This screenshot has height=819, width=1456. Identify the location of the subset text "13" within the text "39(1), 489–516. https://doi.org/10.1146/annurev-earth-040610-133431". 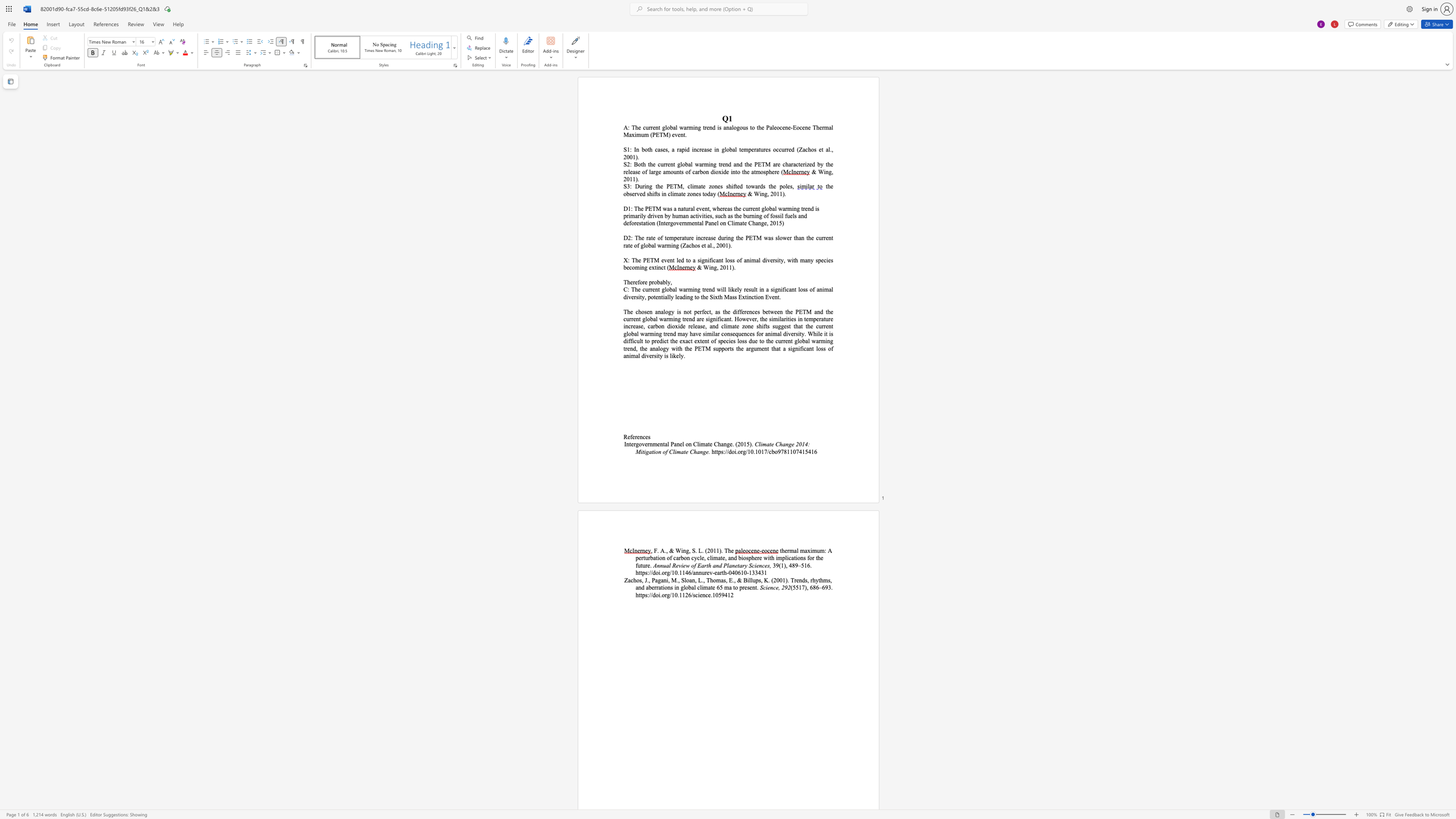
(748, 572).